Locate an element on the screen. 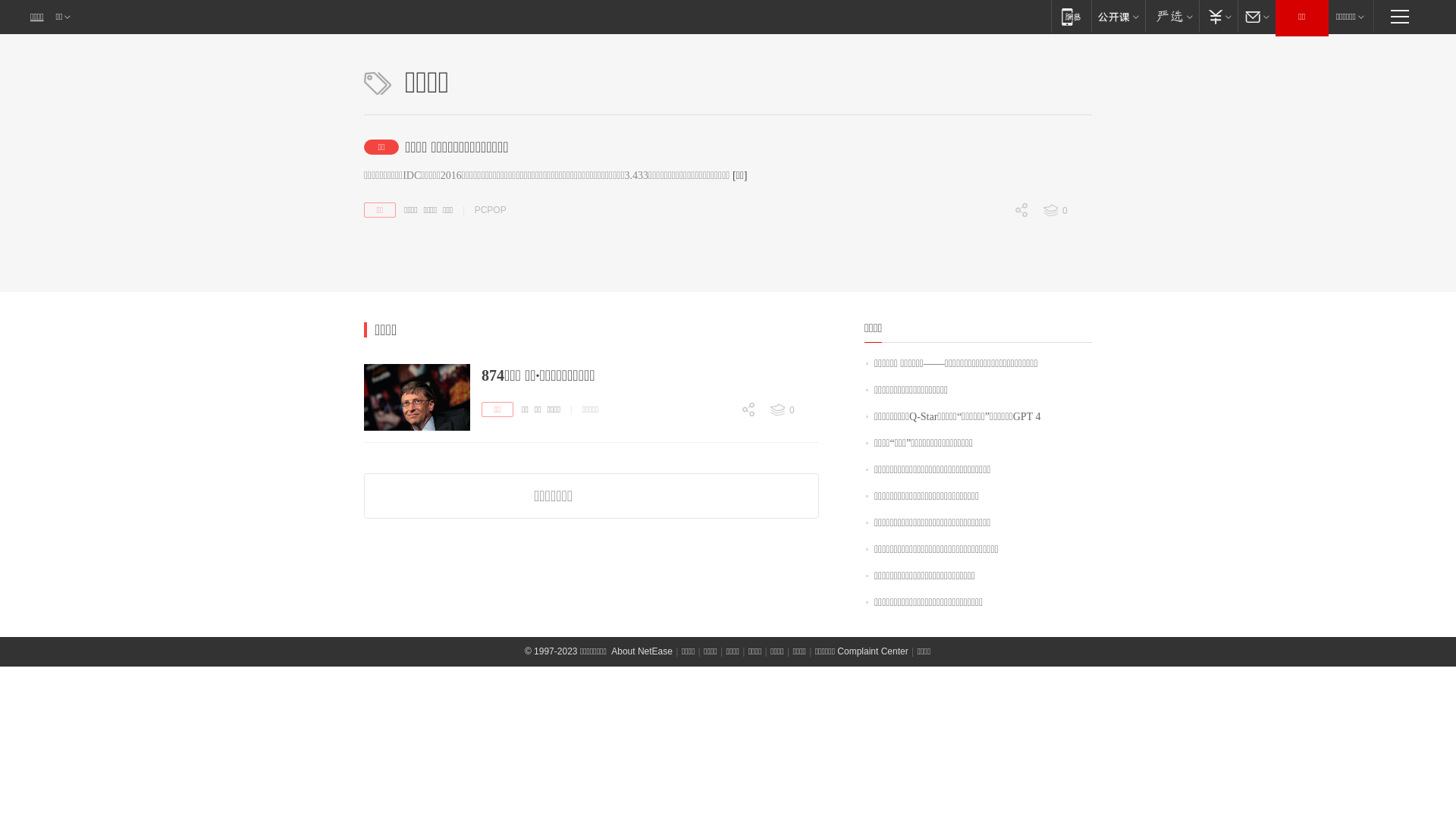 This screenshot has width=1456, height=819. '0' is located at coordinates (952, 290).